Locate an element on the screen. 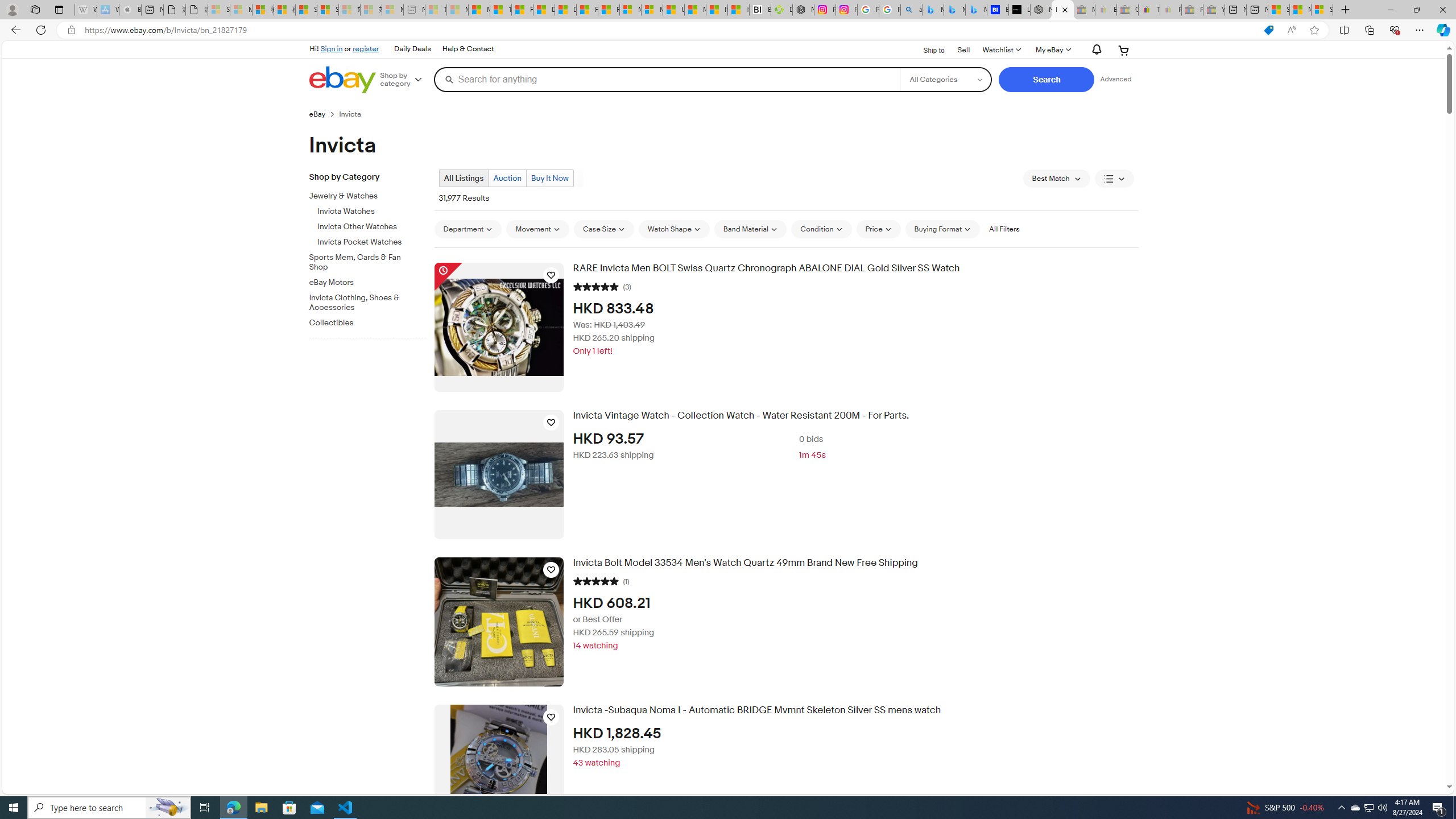 This screenshot has height=819, width=1456. 'eBay' is located at coordinates (317, 113).